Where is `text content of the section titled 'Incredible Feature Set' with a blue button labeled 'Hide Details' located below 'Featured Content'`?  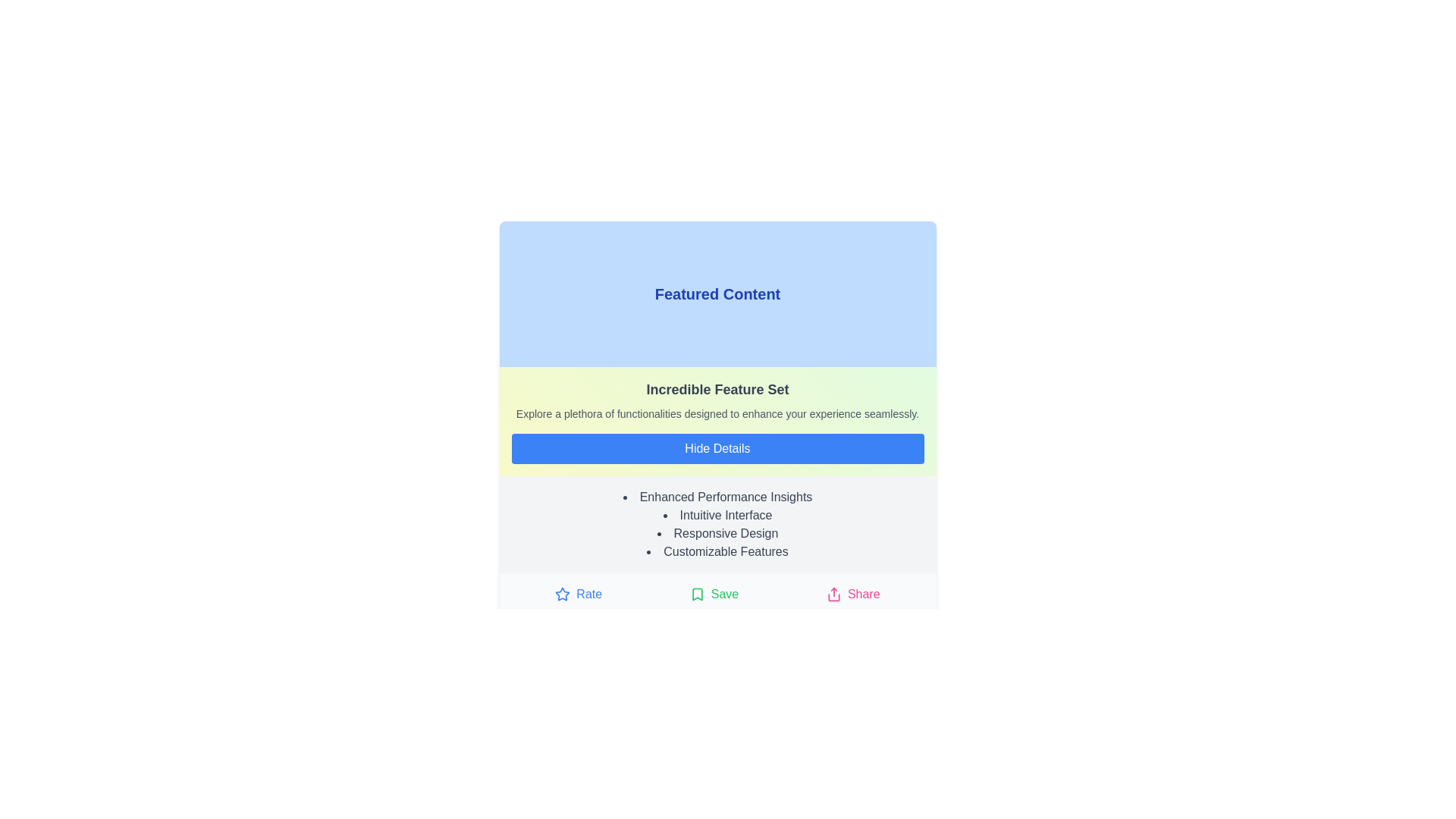 text content of the section titled 'Incredible Feature Set' with a blue button labeled 'Hide Details' located below 'Featured Content' is located at coordinates (717, 421).